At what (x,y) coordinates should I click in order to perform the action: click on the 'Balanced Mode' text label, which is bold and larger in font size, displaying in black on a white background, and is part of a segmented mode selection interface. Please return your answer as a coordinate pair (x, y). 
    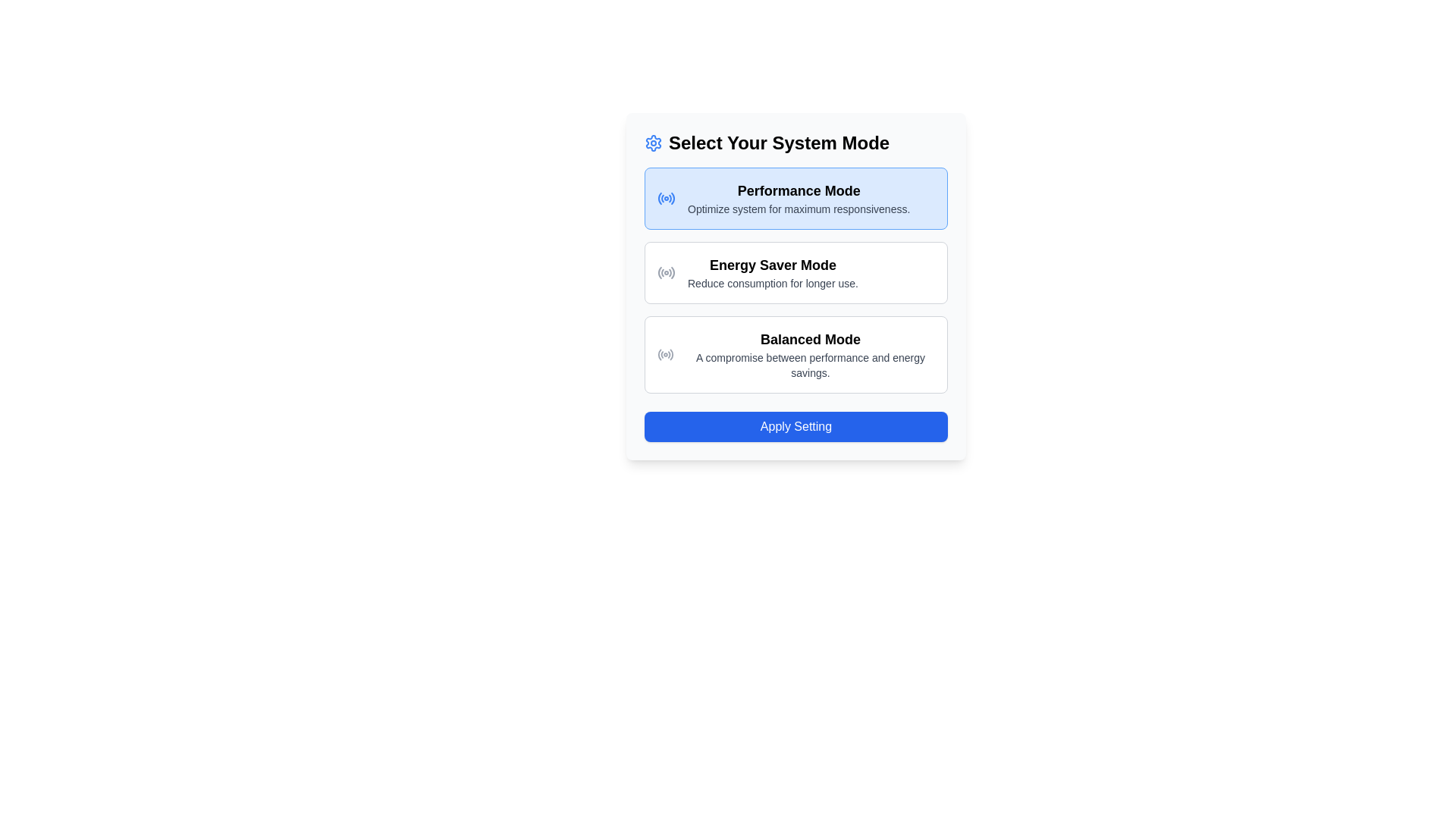
    Looking at the image, I should click on (810, 338).